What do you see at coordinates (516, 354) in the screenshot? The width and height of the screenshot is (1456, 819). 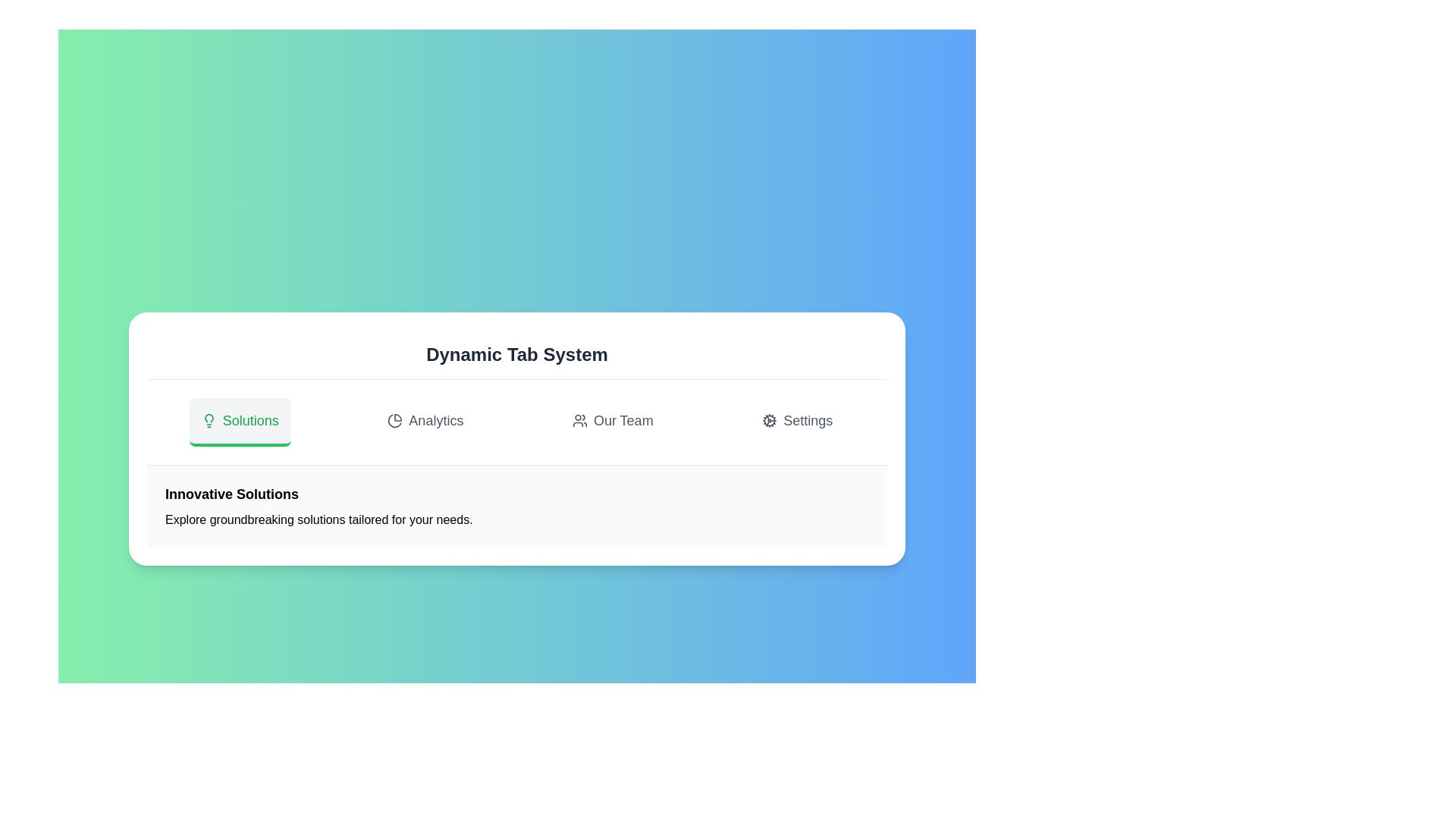 I see `the text label displaying 'Dynamic Tab System', which is prominently located in the header section of the tab interface` at bounding box center [516, 354].